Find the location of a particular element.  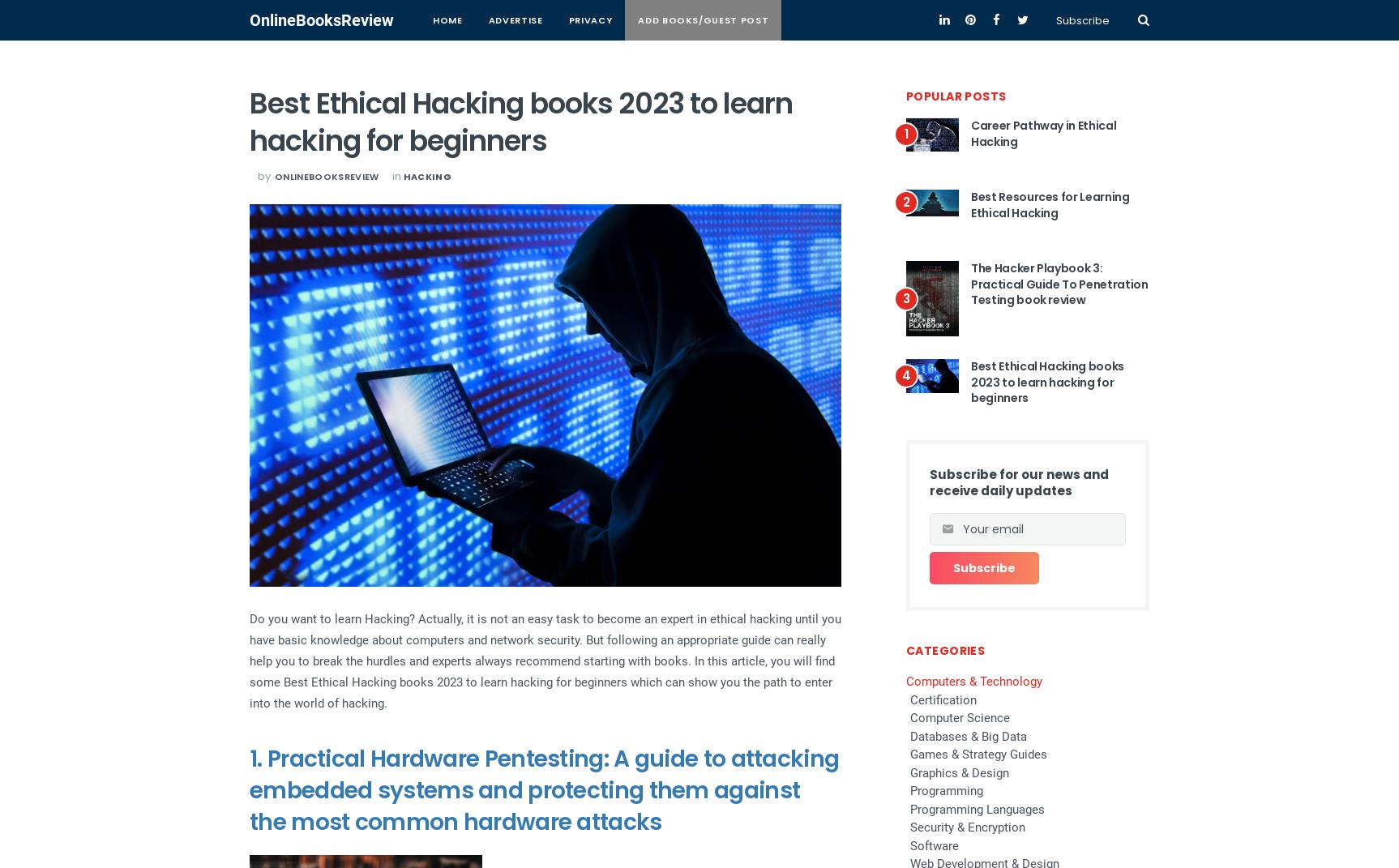

'Software' is located at coordinates (933, 845).